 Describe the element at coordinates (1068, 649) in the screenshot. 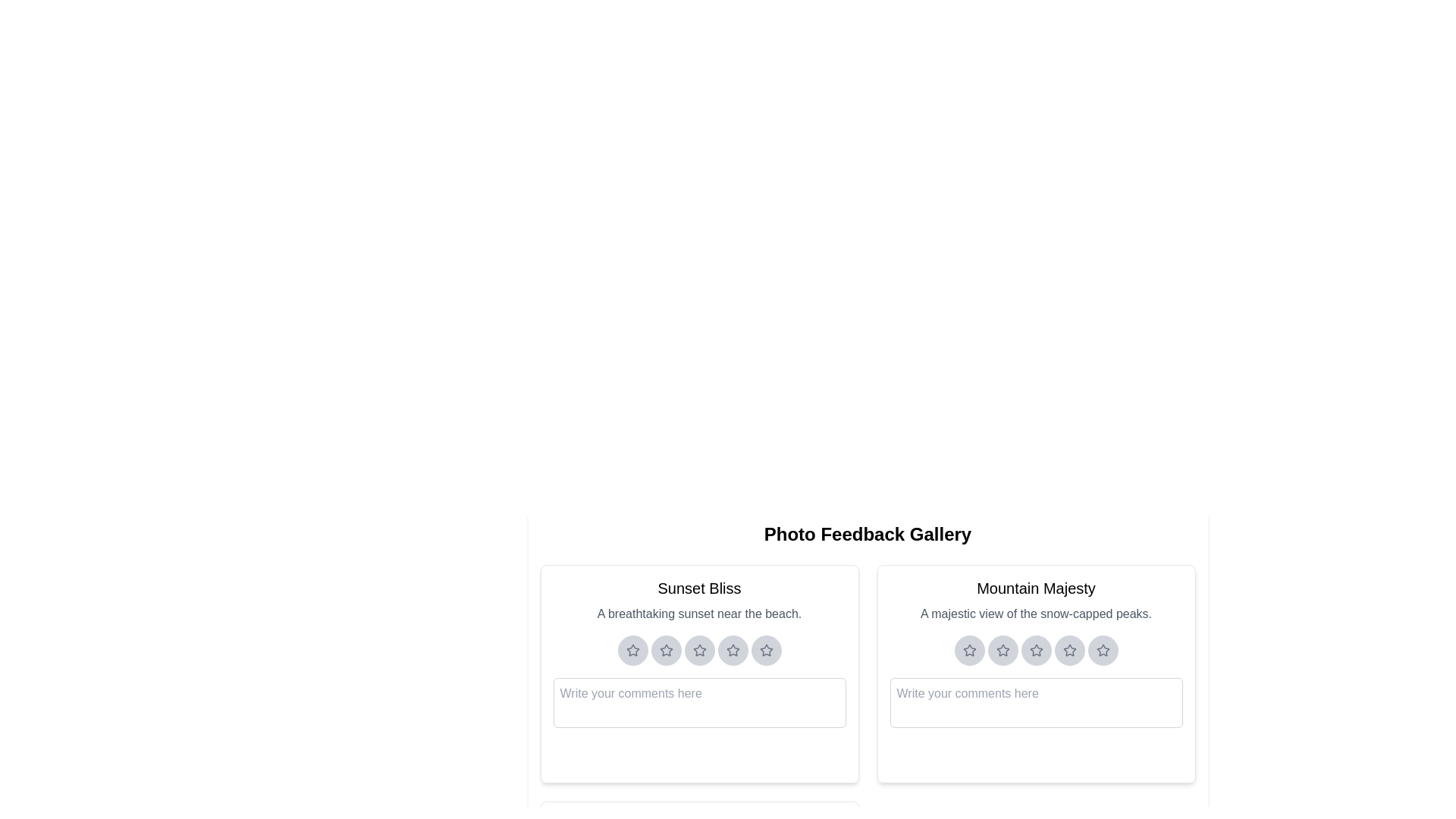

I see `the third star icon used for rating under the photo description 'Mountain Majesty'` at that location.